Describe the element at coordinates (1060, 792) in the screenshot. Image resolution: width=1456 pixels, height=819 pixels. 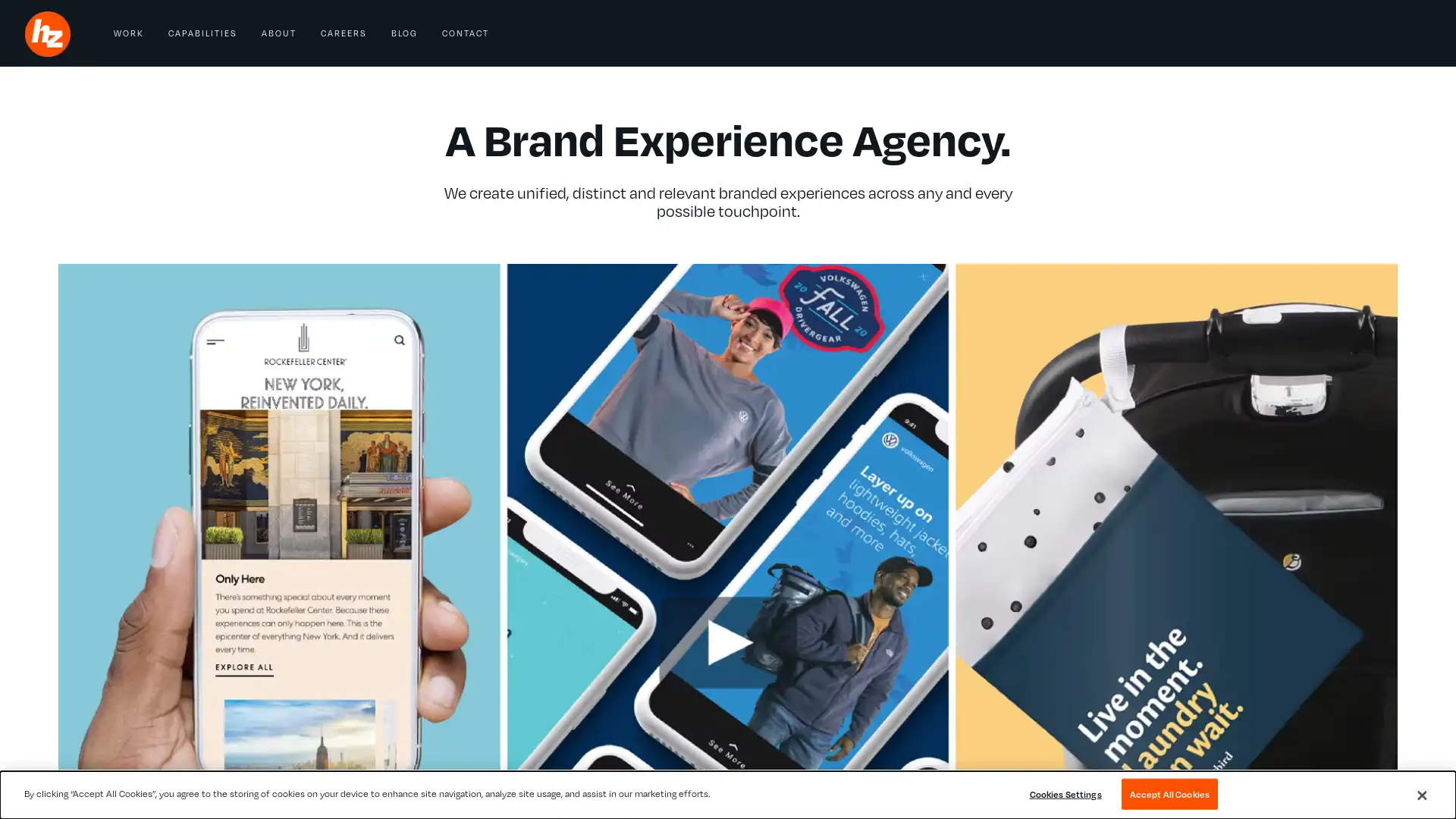
I see `Cookies Settings` at that location.